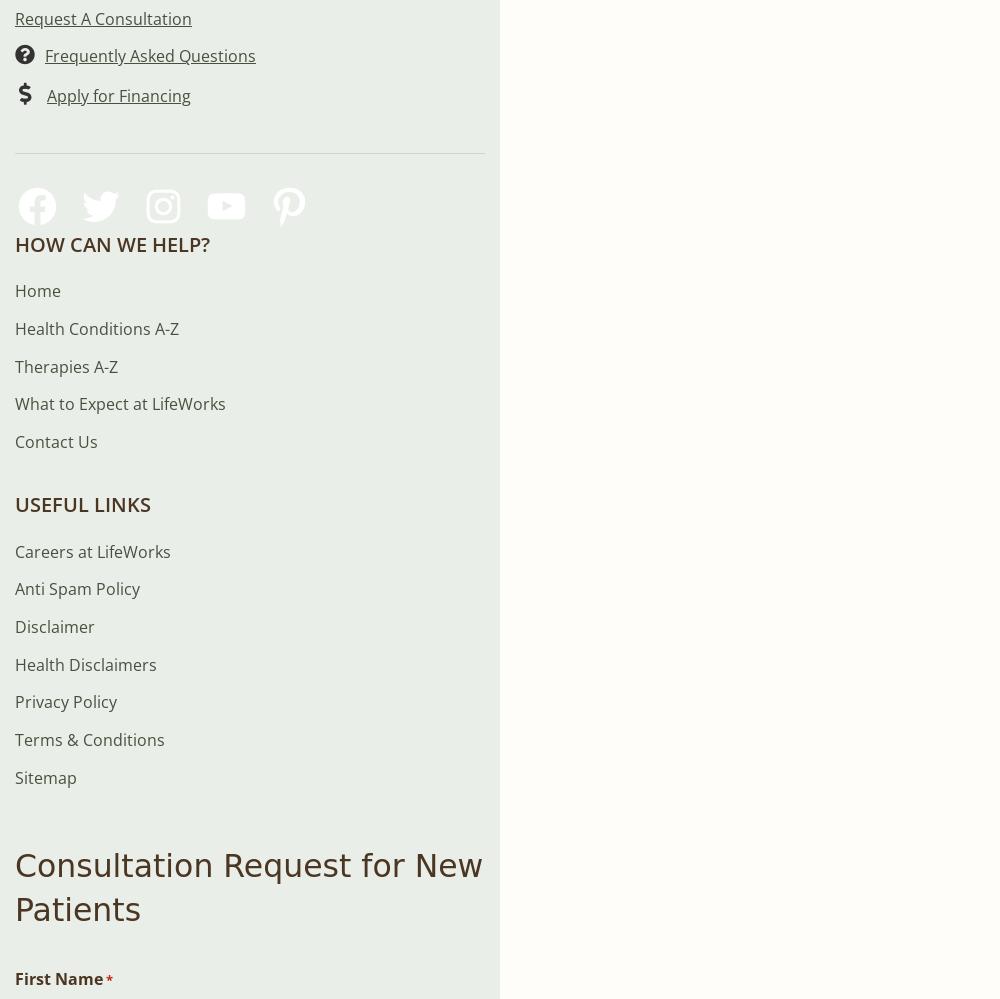  I want to click on 'Anti Spam Policy', so click(76, 589).